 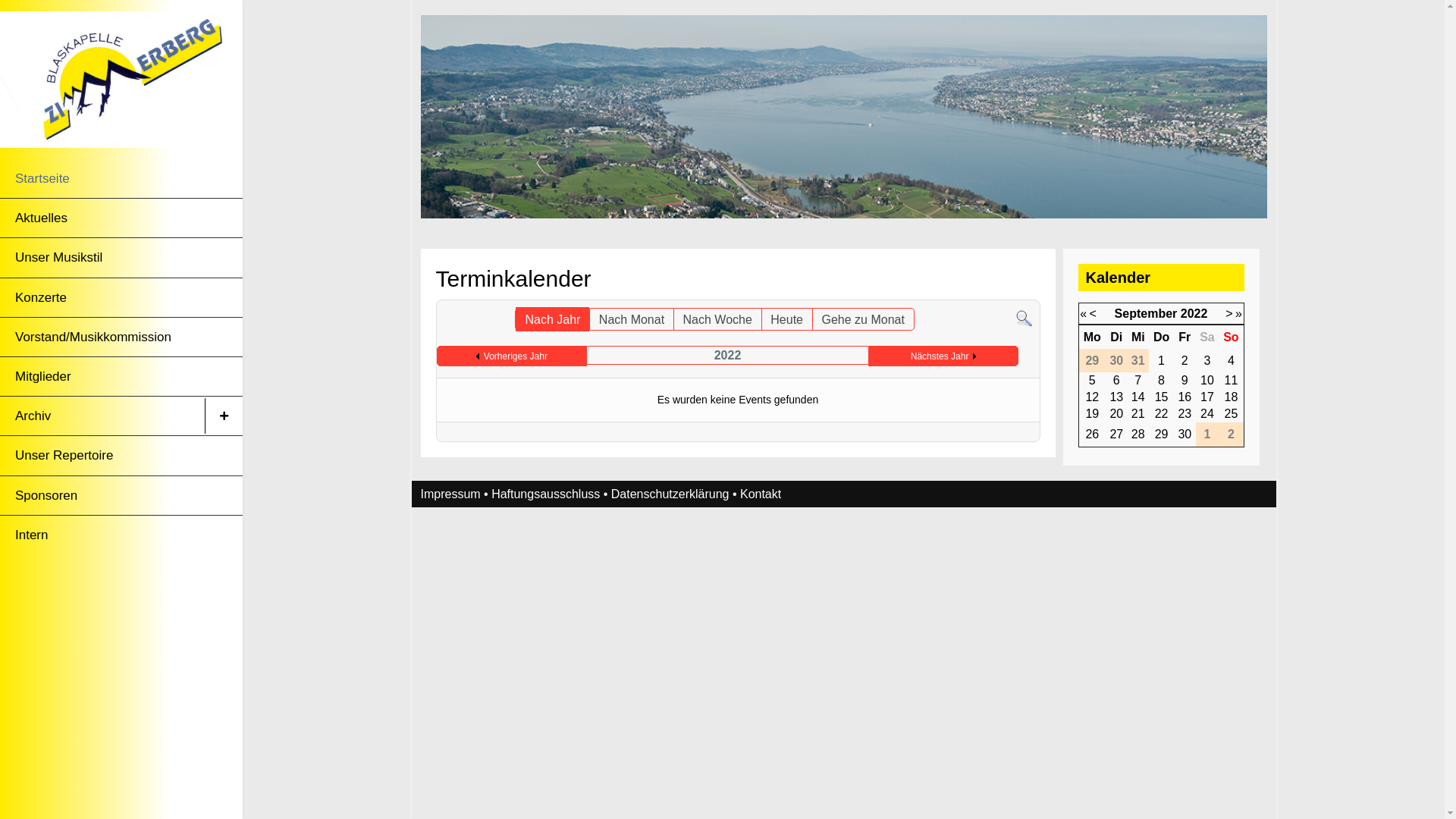 I want to click on '28', so click(x=1131, y=434).